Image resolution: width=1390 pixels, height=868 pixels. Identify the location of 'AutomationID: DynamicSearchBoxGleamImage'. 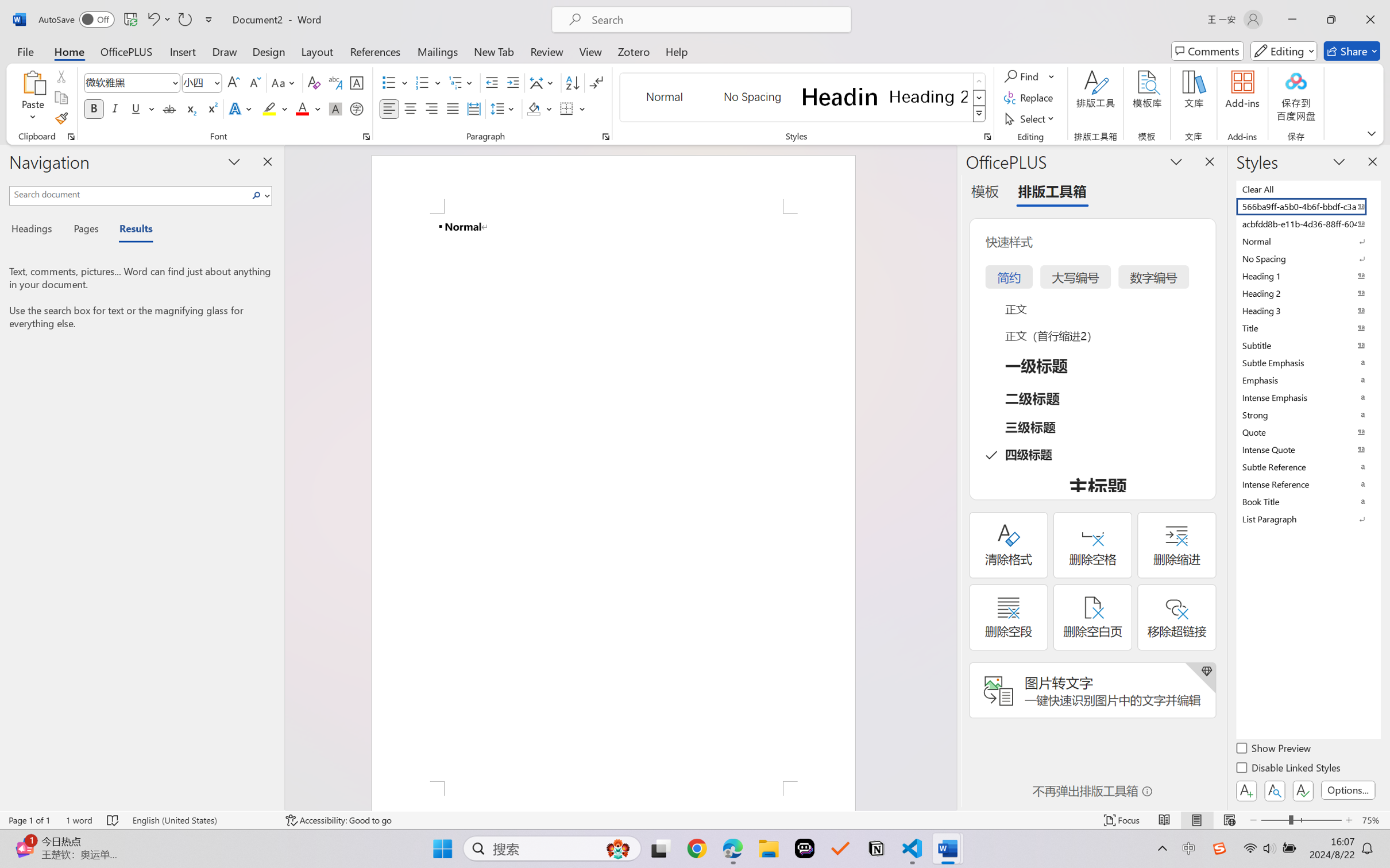
(618, 848).